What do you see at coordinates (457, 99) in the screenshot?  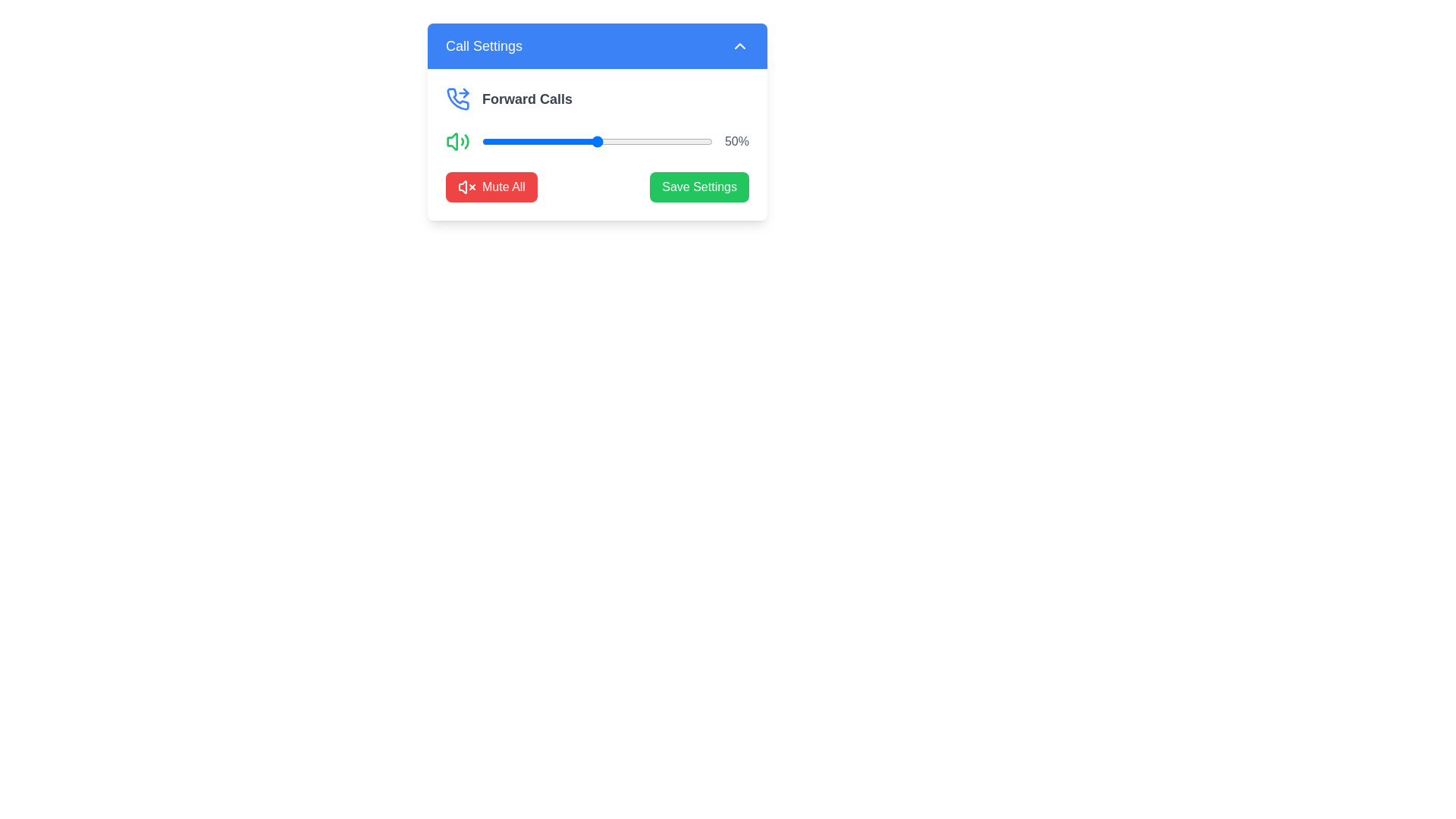 I see `the telephone receiver icon with a forward arrow located in the Call Settings panel next to 'Forward Calls'` at bounding box center [457, 99].